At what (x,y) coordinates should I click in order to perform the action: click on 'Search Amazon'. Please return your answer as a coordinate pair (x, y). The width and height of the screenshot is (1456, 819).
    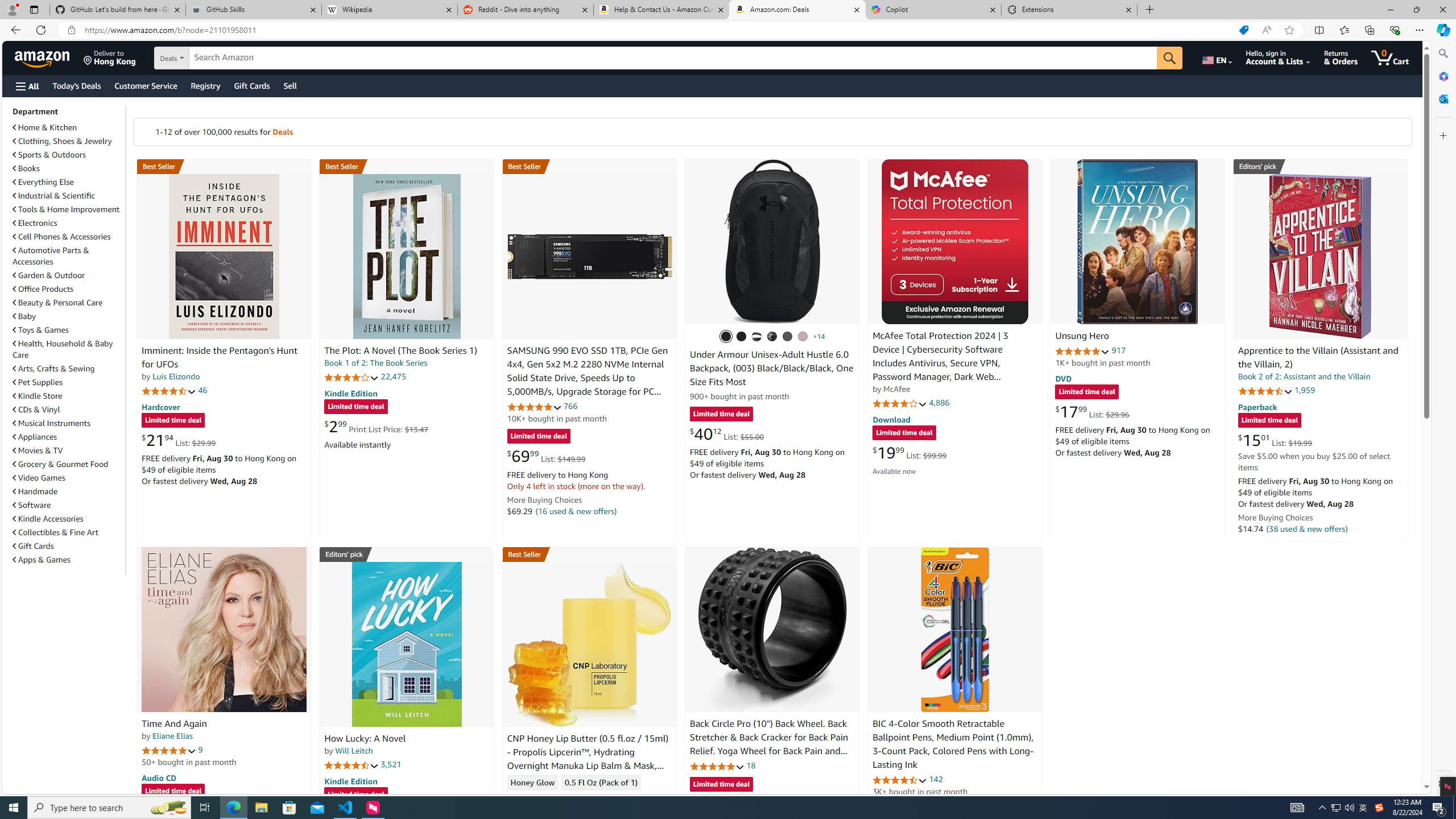
    Looking at the image, I should click on (673, 58).